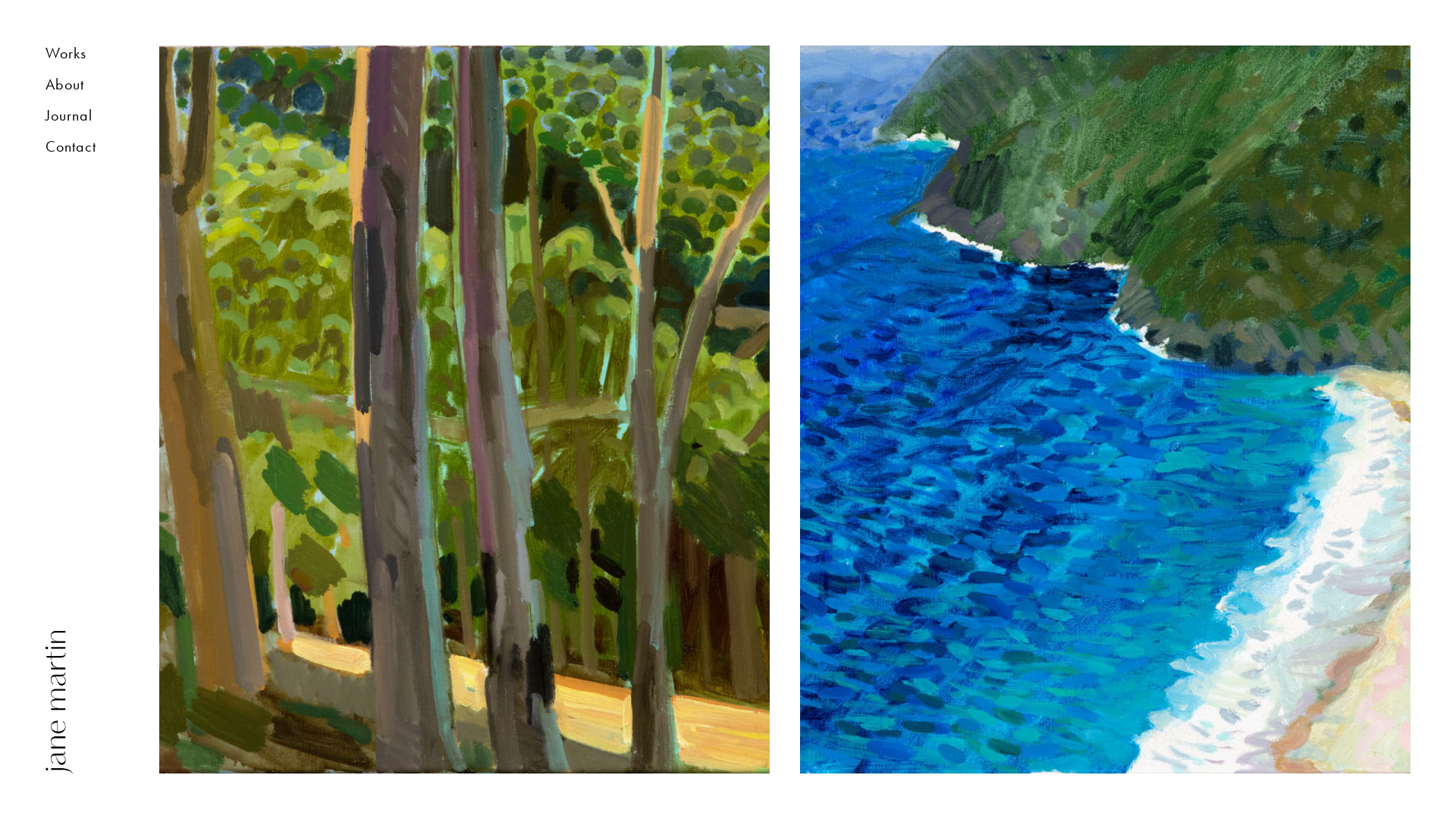 Image resolution: width=1456 pixels, height=819 pixels. I want to click on 'Contact', so click(79, 151).